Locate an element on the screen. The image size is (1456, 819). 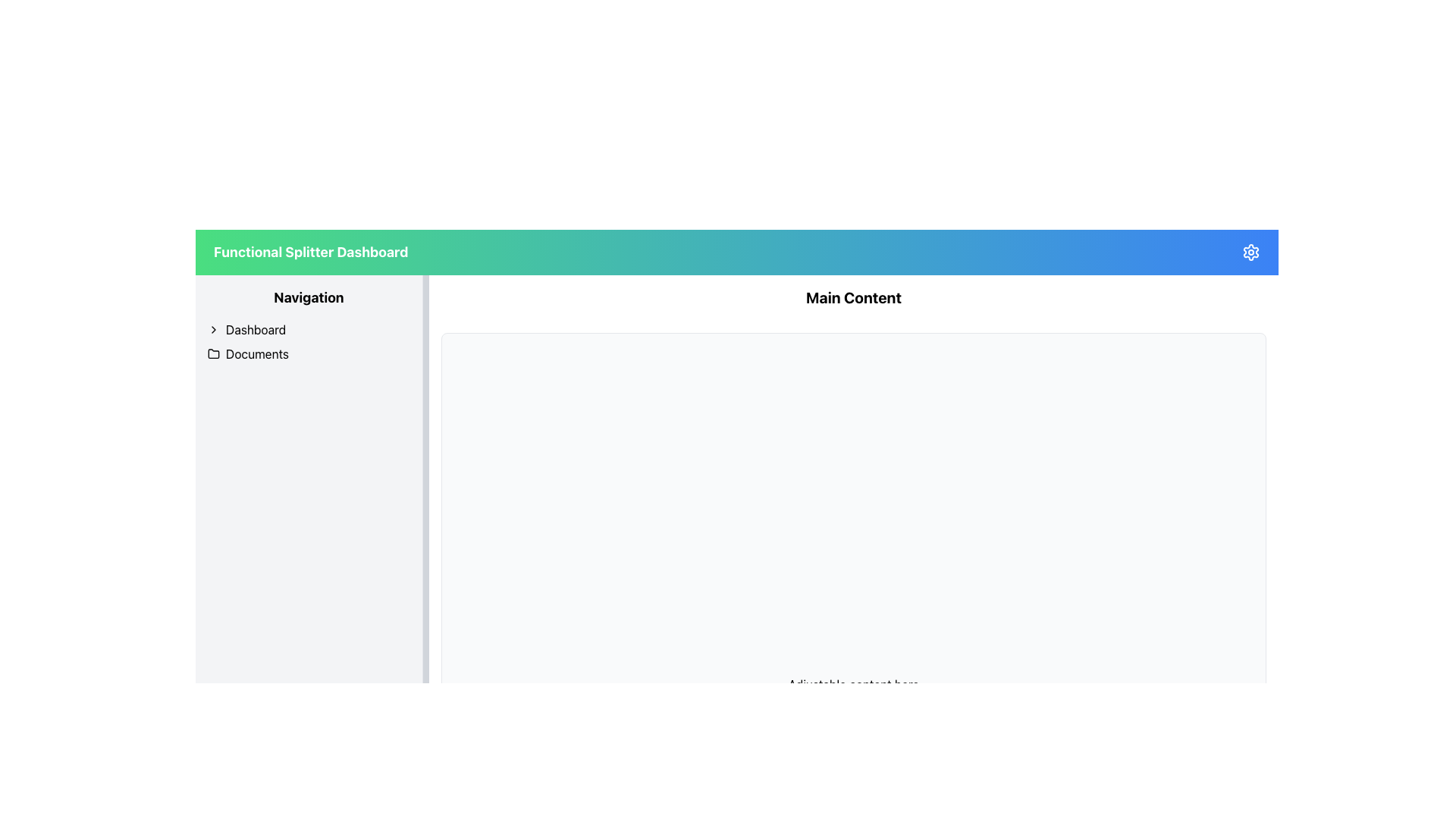
the 'Documents' menu item label located in the vertical navigation area on the left side of the interface, positioned as the second item below 'Dashboard', beside a folder icon is located at coordinates (257, 353).